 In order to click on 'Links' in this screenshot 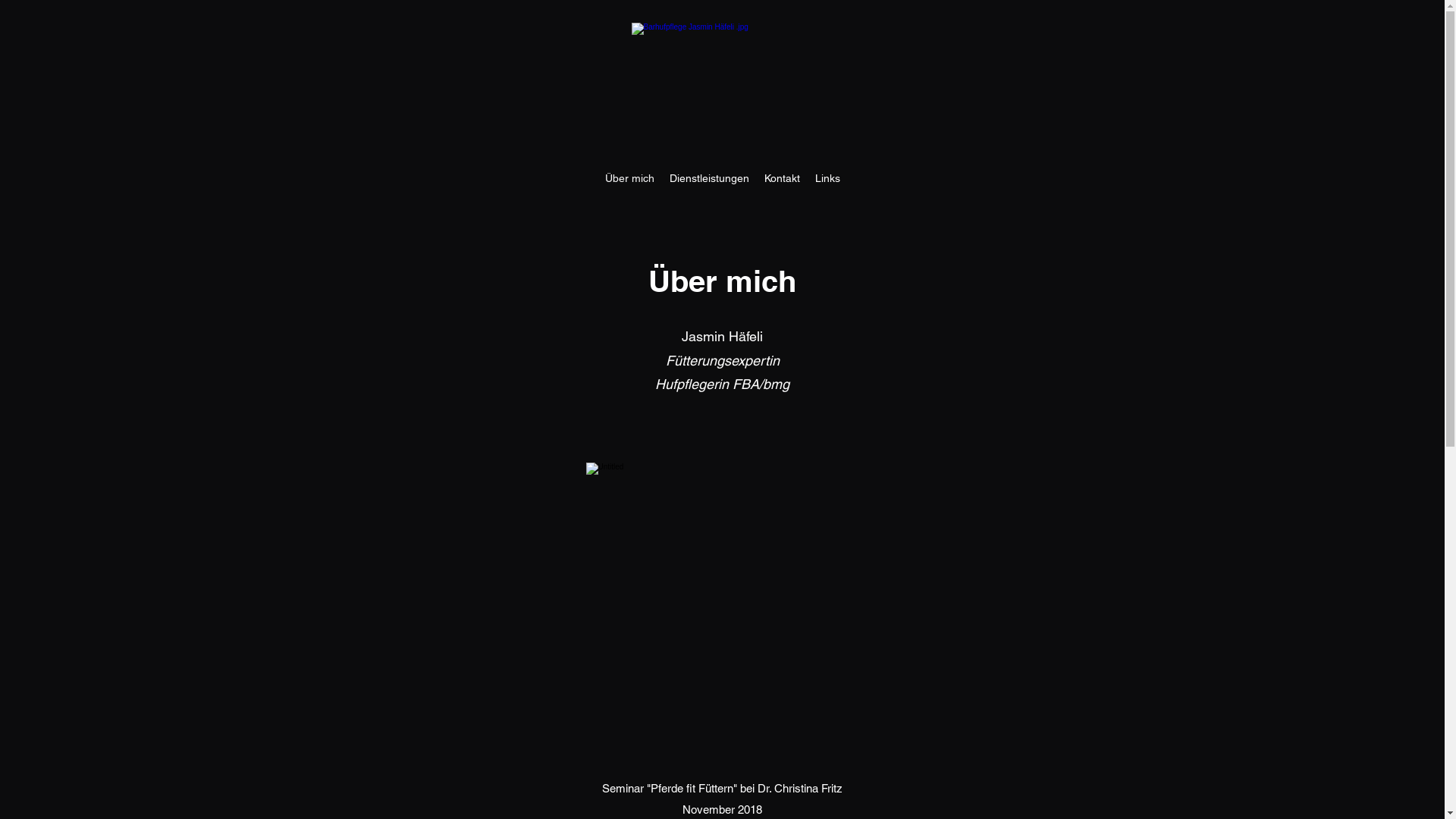, I will do `click(826, 177)`.